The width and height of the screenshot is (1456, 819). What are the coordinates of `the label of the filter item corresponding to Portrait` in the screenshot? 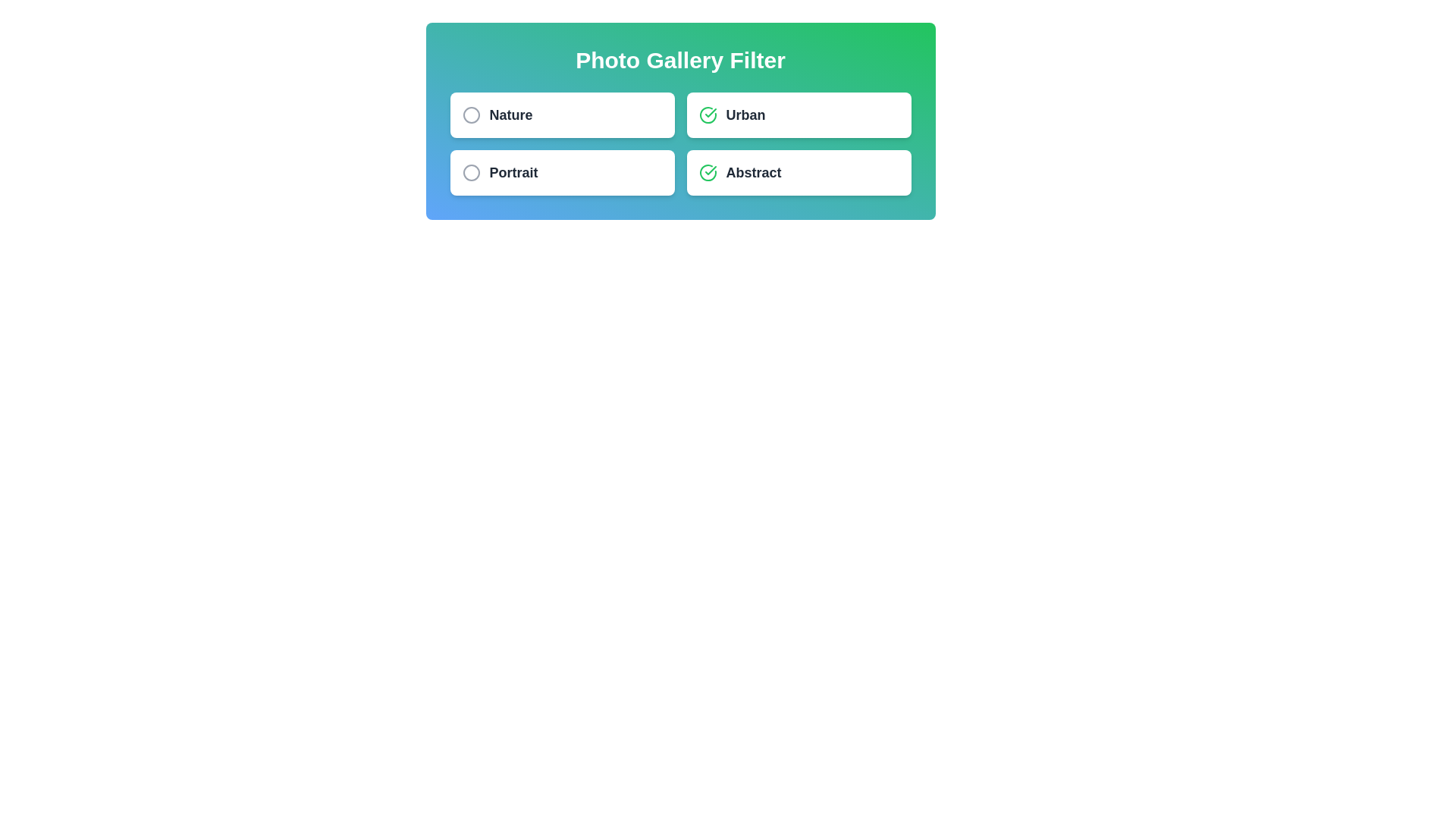 It's located at (513, 171).